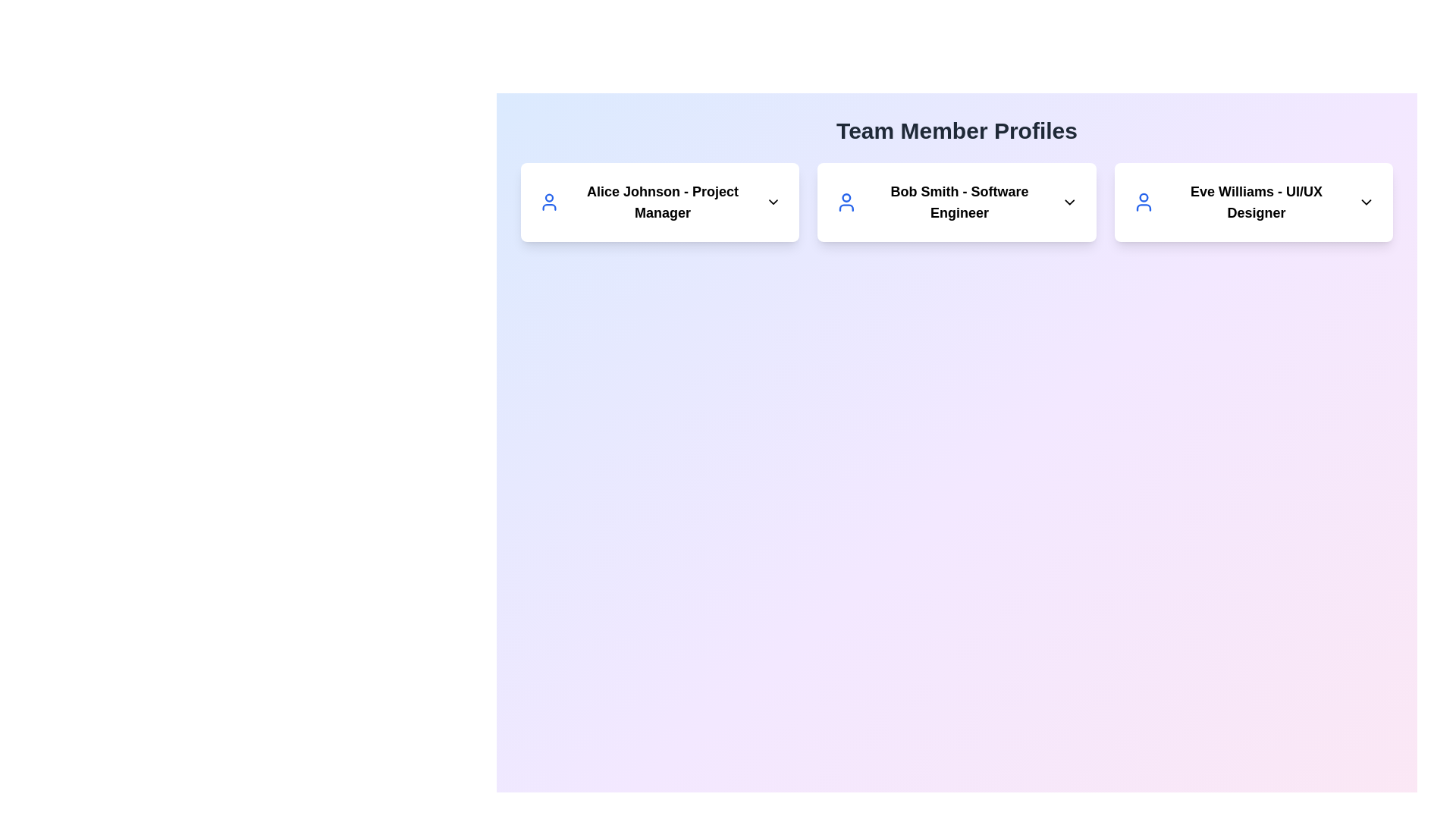 The height and width of the screenshot is (819, 1456). I want to click on the downward-pointing chevron icon located to the right of the text 'Eve Williams - UI/UX Designer', so click(1366, 201).